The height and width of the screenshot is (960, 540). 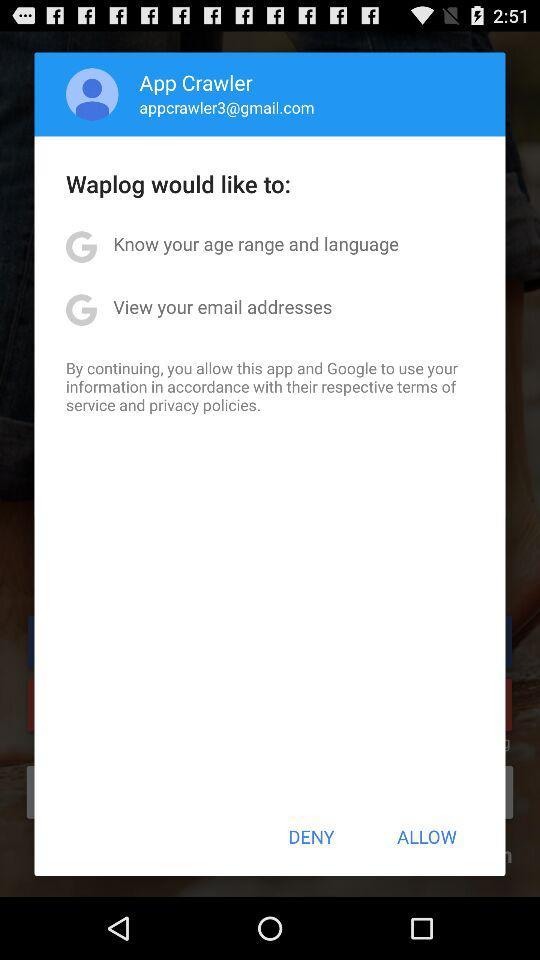 What do you see at coordinates (226, 107) in the screenshot?
I see `appcrawler3@gmail.com` at bounding box center [226, 107].